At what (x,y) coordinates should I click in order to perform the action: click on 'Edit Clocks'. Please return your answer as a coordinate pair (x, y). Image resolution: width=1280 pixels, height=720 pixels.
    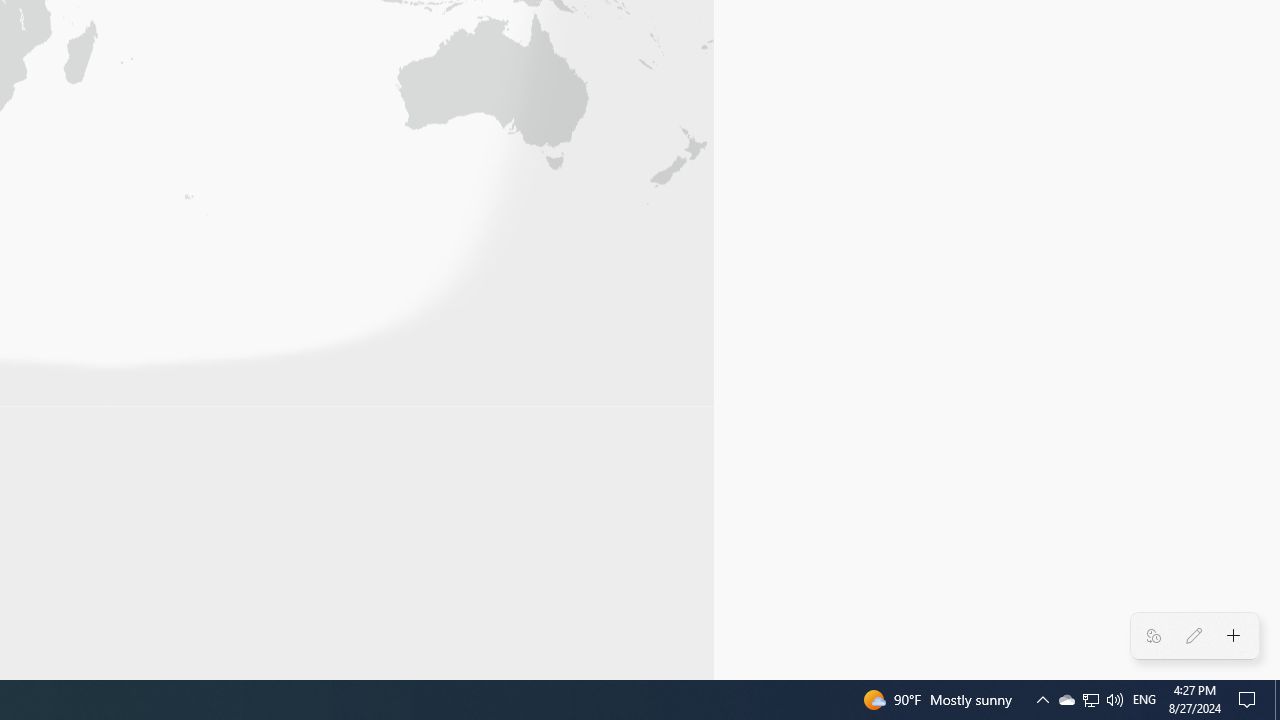
    Looking at the image, I should click on (1193, 636).